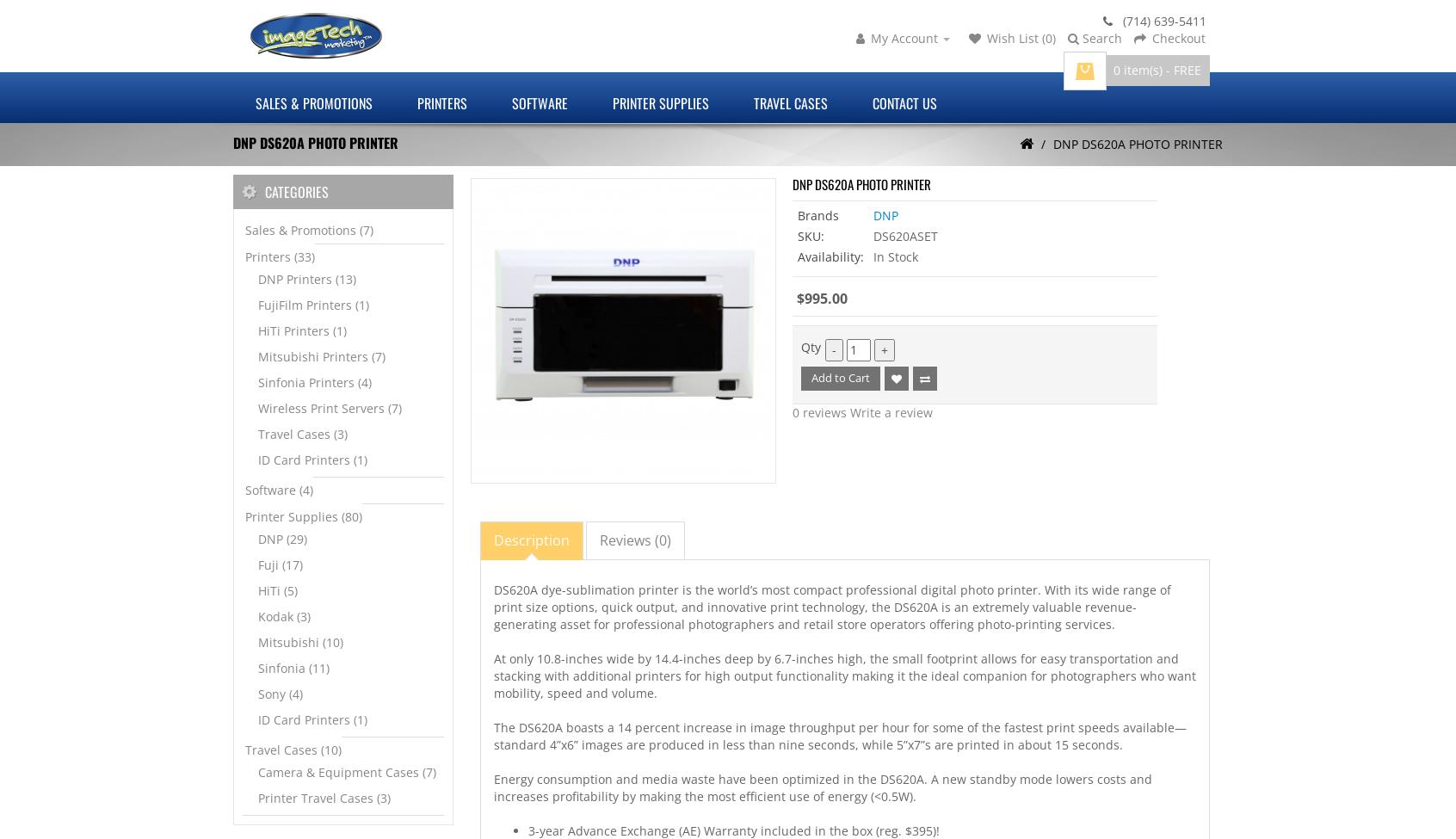 This screenshot has height=839, width=1456. I want to click on 'Sales & Promotions (7)', so click(309, 230).